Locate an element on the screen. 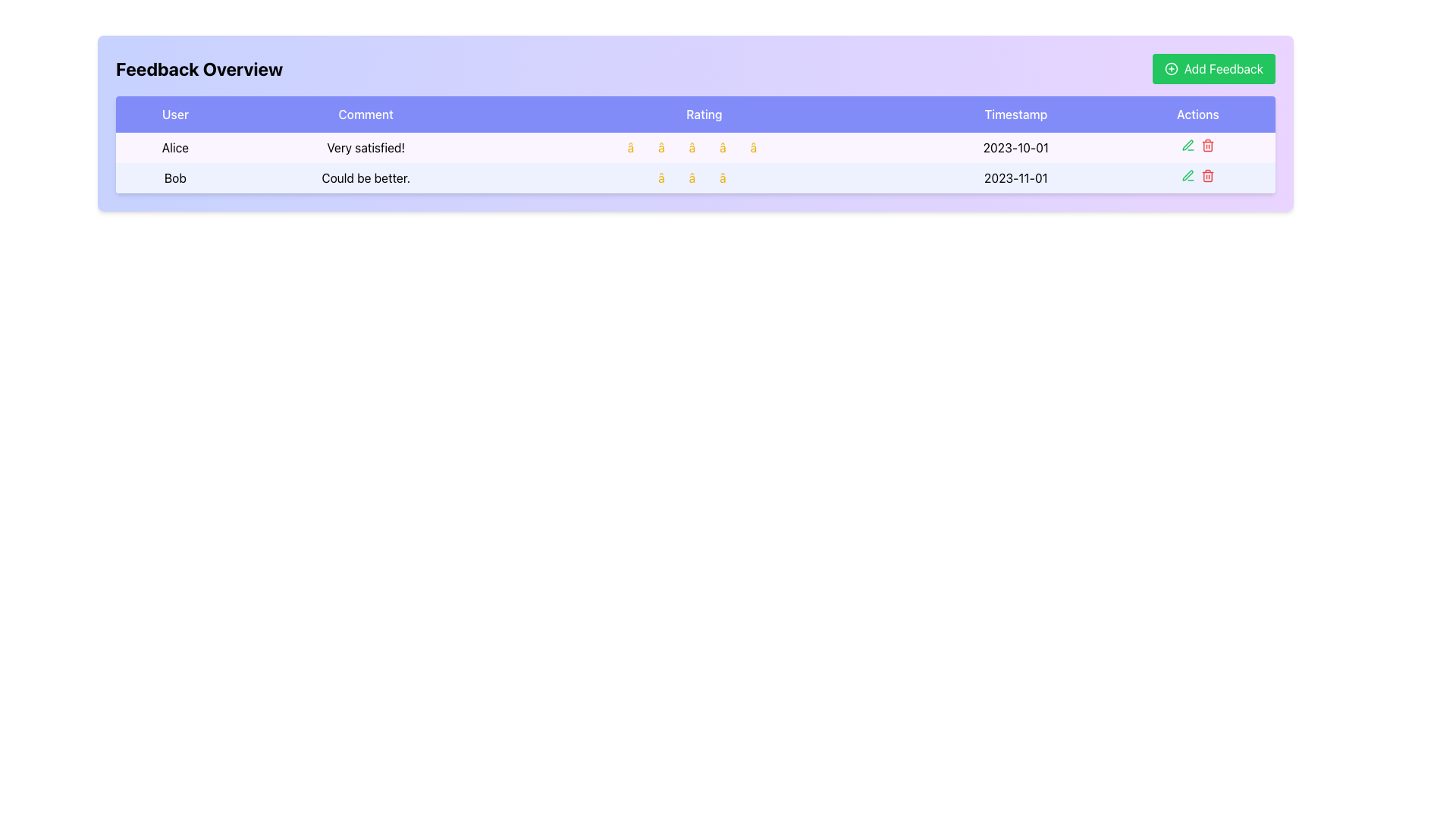 Image resolution: width=1456 pixels, height=819 pixels. the individual stars in the feedback row for user 'Bob' to interact with the rating is located at coordinates (695, 177).